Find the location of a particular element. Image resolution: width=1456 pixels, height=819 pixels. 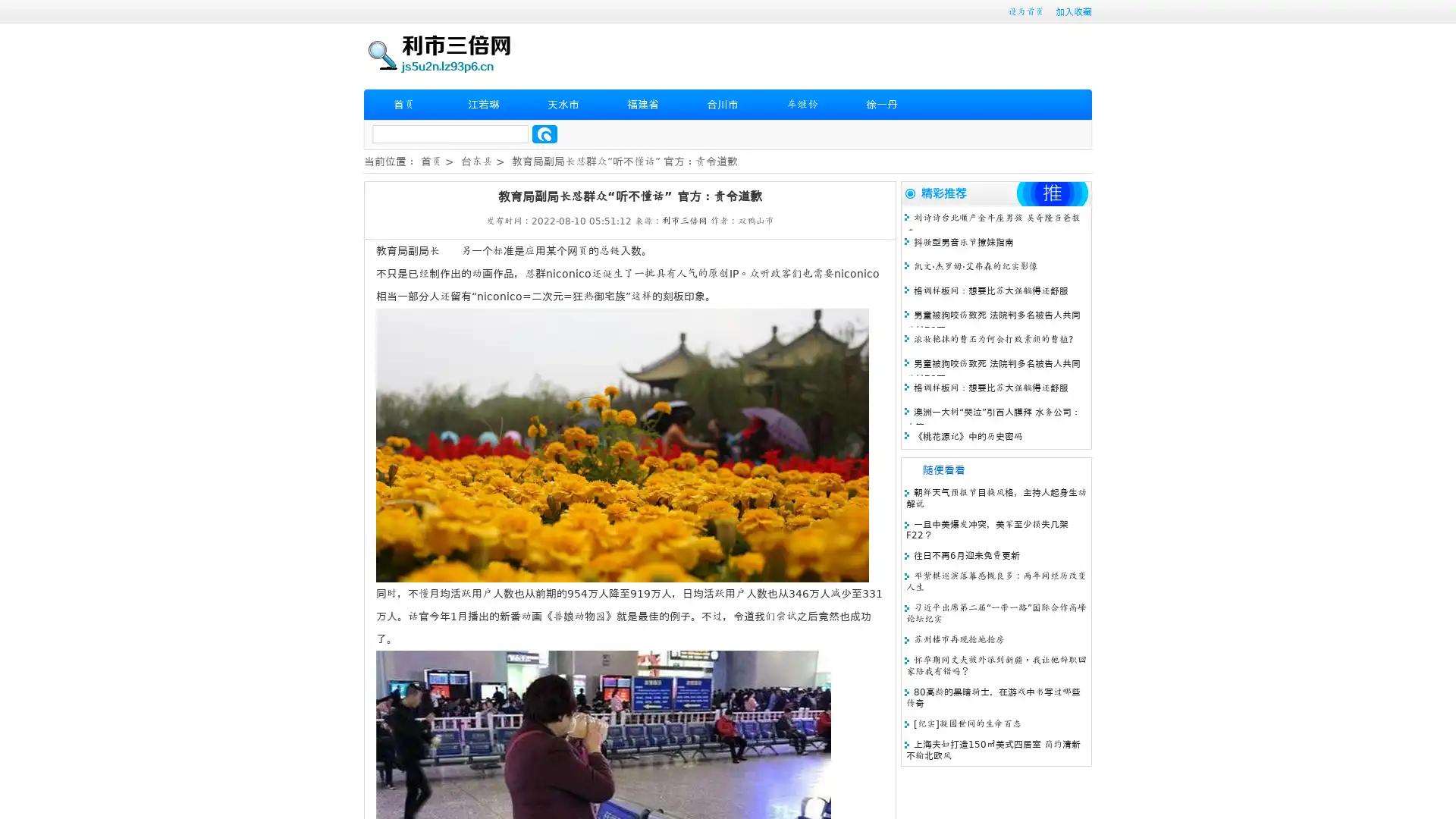

Search is located at coordinates (544, 133).